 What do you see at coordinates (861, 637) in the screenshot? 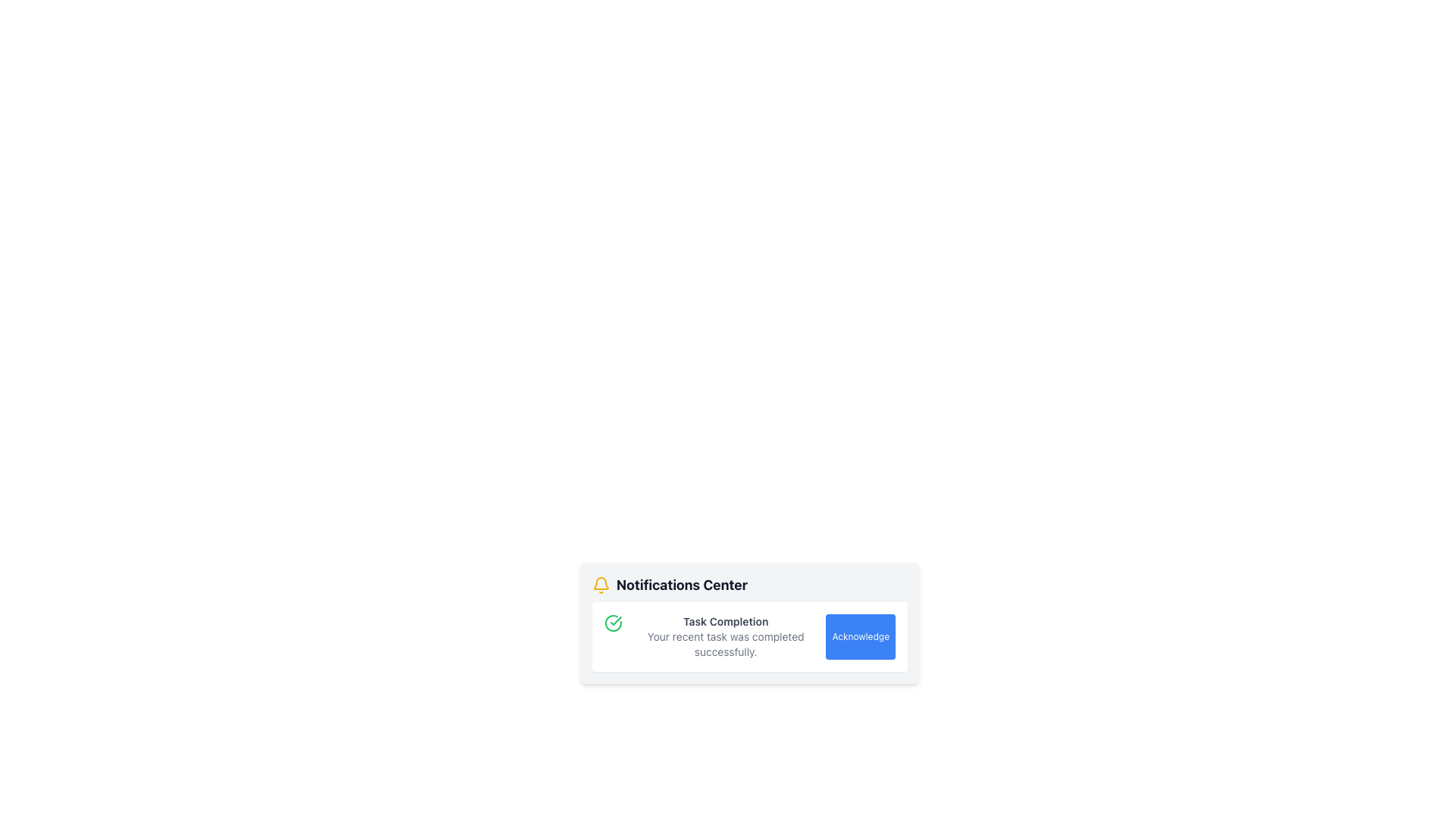
I see `the 'Acknowledge' button with a blue background and white text located at the bottom-right corner of the notification card` at bounding box center [861, 637].